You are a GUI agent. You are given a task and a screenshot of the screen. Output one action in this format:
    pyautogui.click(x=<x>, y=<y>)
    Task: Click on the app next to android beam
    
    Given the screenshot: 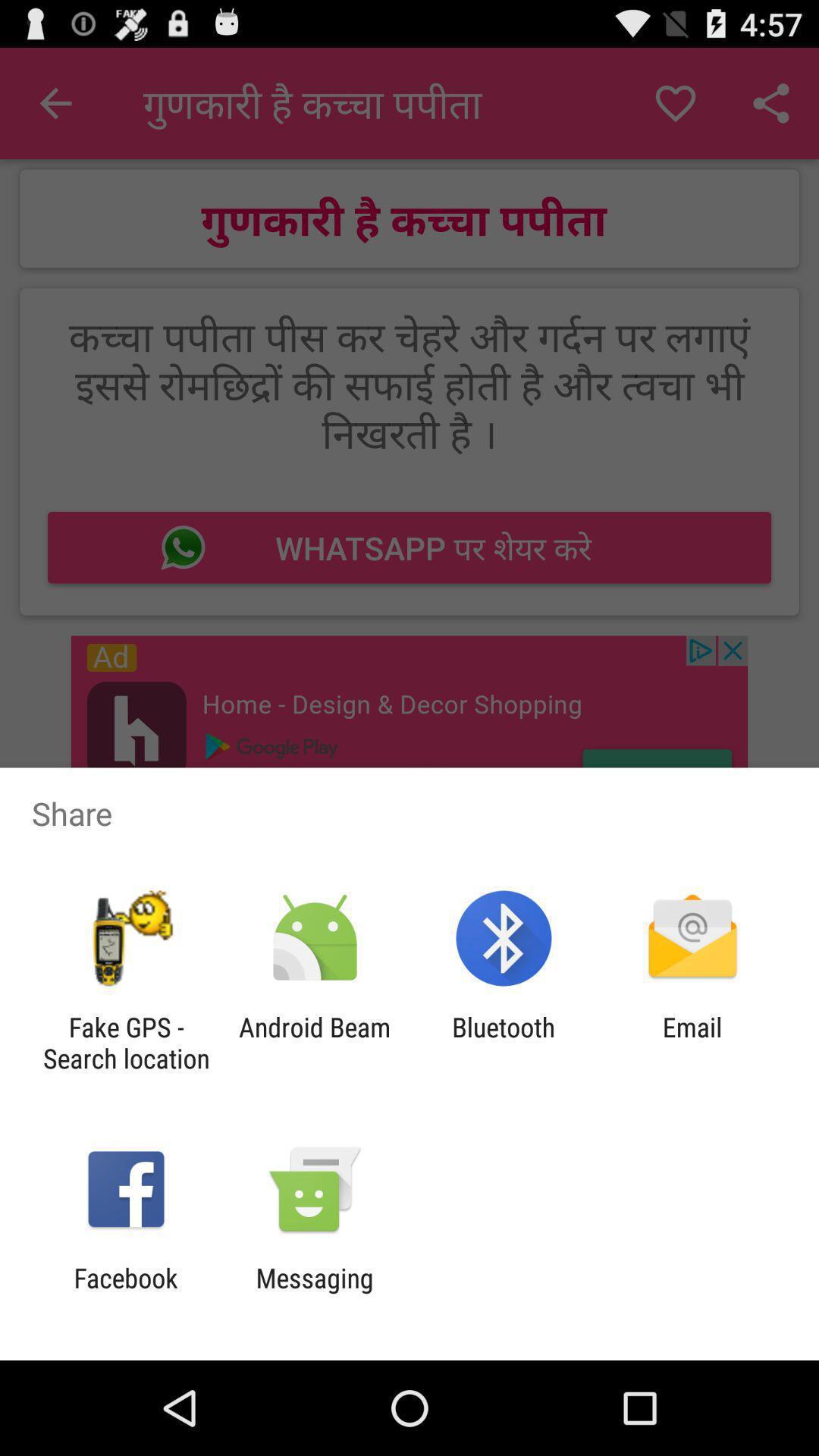 What is the action you would take?
    pyautogui.click(x=125, y=1042)
    